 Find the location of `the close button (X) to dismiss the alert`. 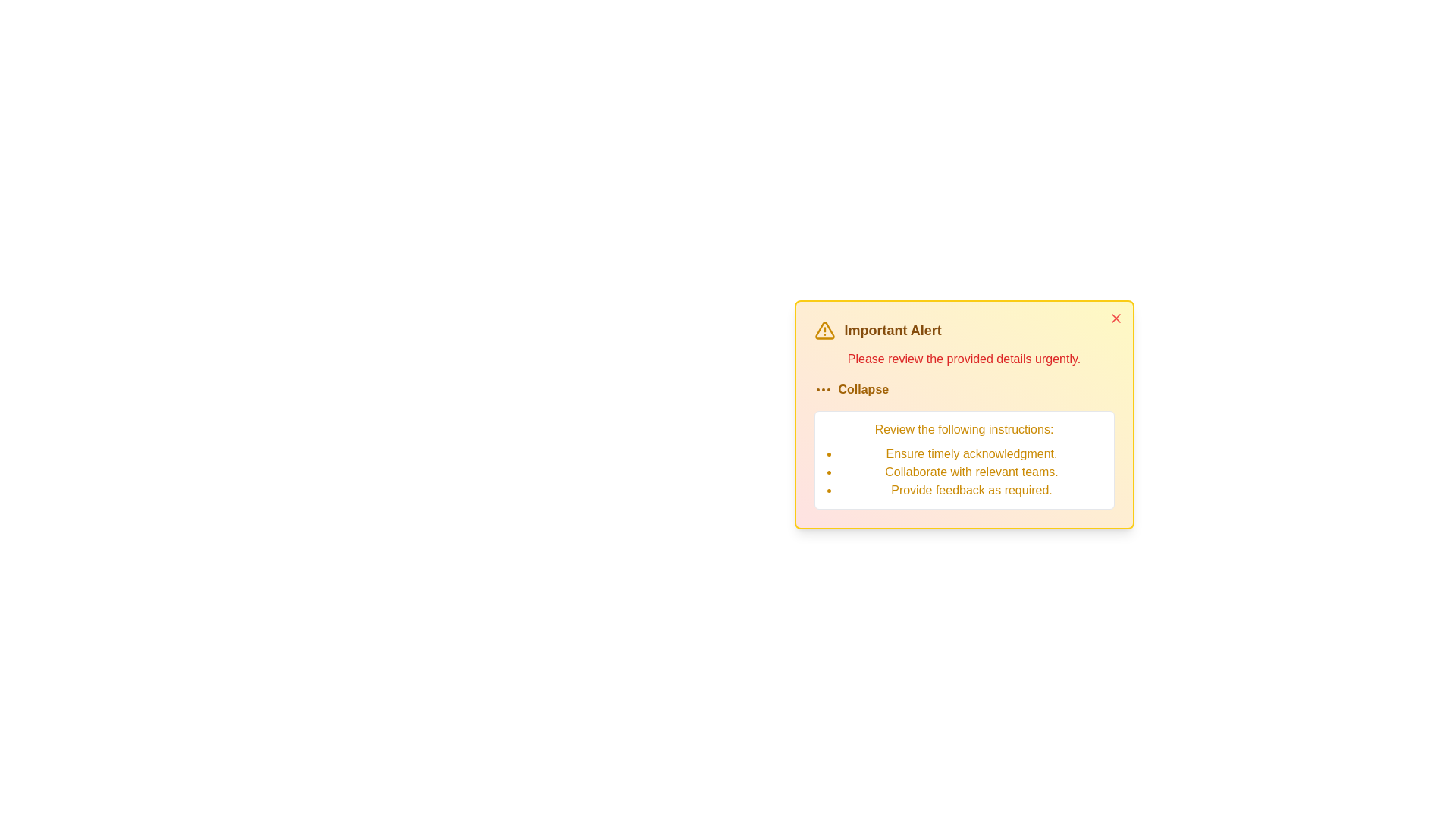

the close button (X) to dismiss the alert is located at coordinates (1116, 318).